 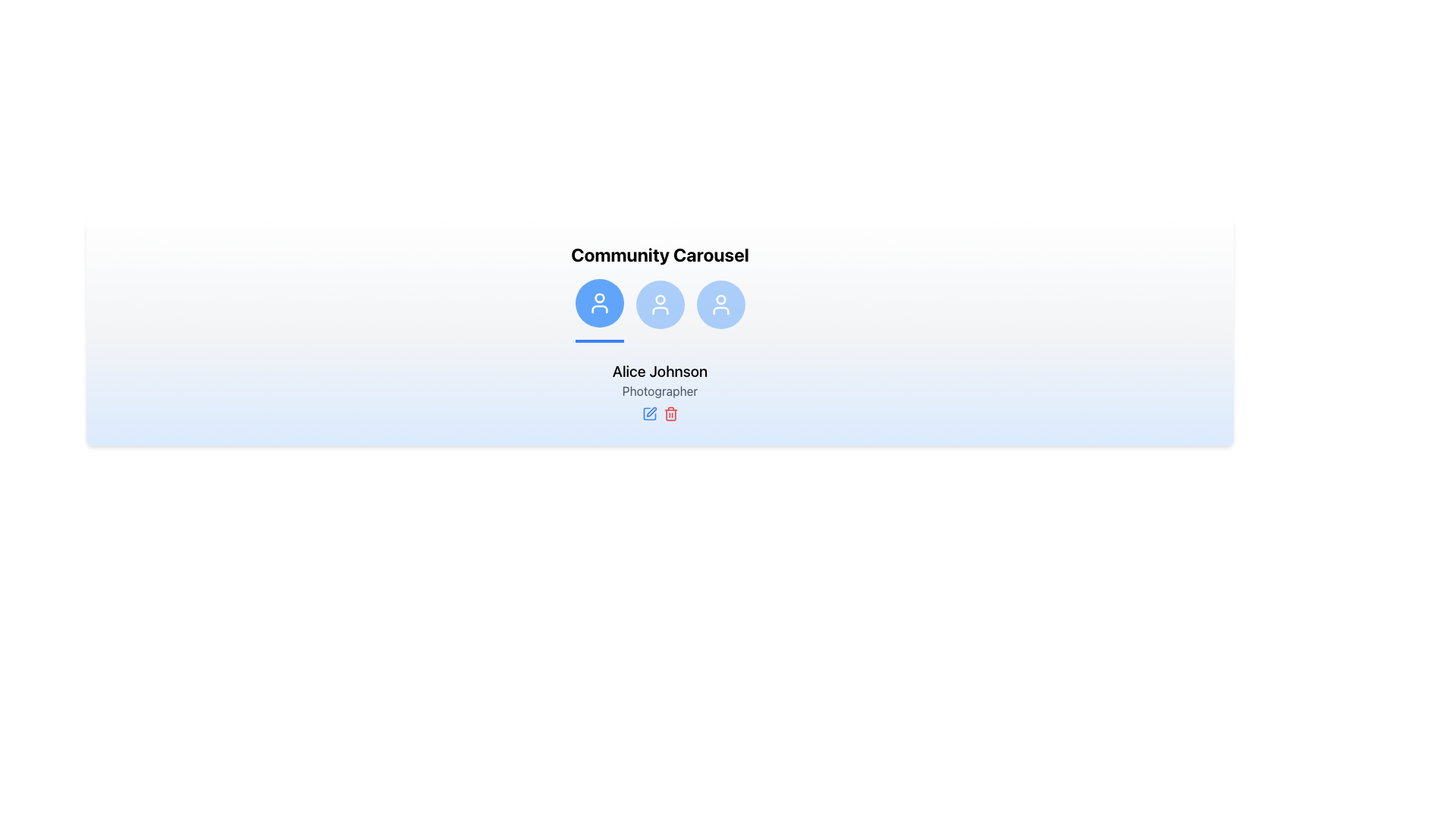 What do you see at coordinates (660, 304) in the screenshot?
I see `the user icon represented by a circular outline and a dot for the head, located in the middle of a horizontal row of three icons beneath 'Community Carousel'` at bounding box center [660, 304].